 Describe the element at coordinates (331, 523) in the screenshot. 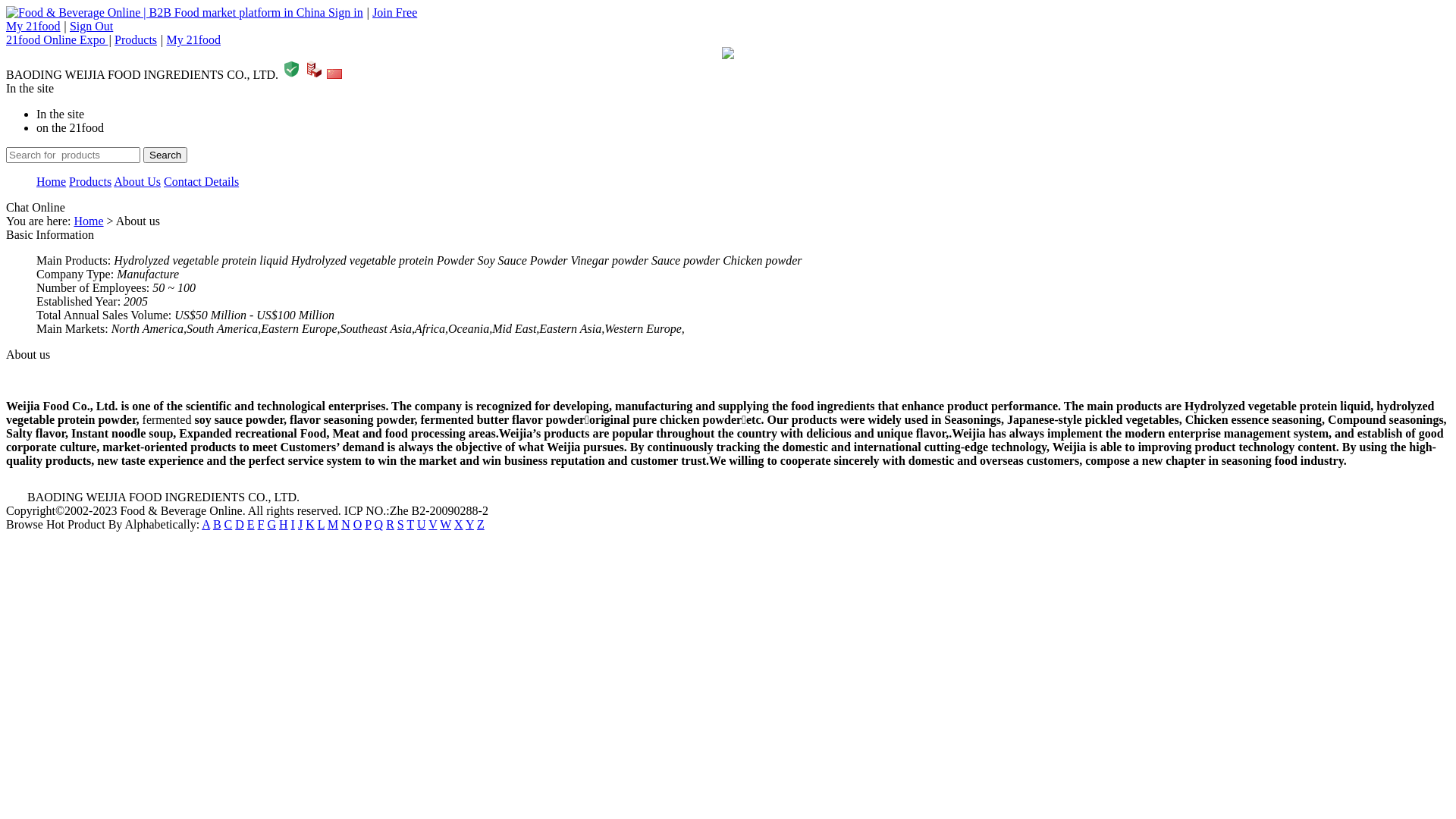

I see `'M'` at that location.